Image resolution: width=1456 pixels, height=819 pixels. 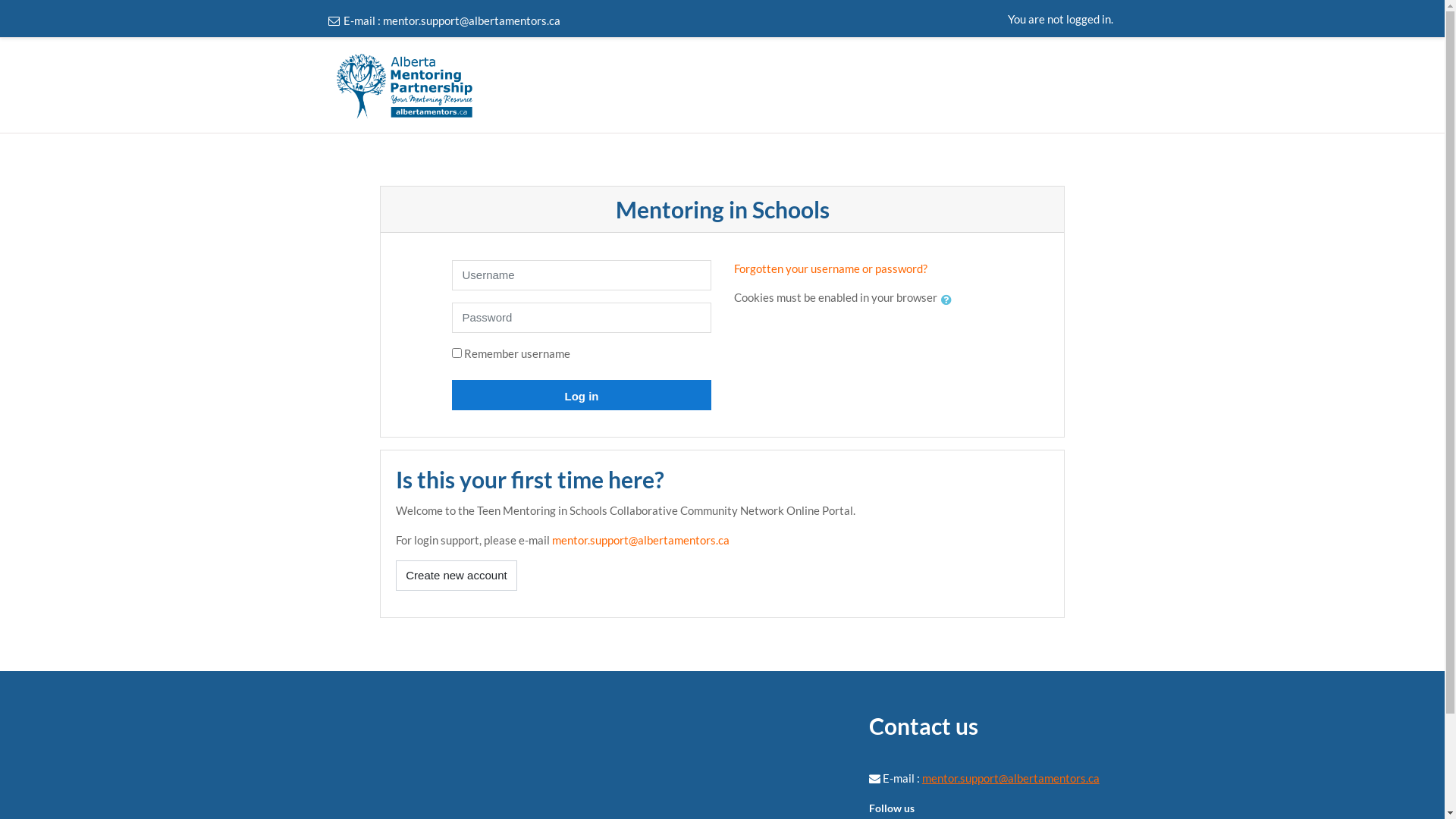 What do you see at coordinates (1011, 778) in the screenshot?
I see `'mentor.support@albertamentors.ca'` at bounding box center [1011, 778].